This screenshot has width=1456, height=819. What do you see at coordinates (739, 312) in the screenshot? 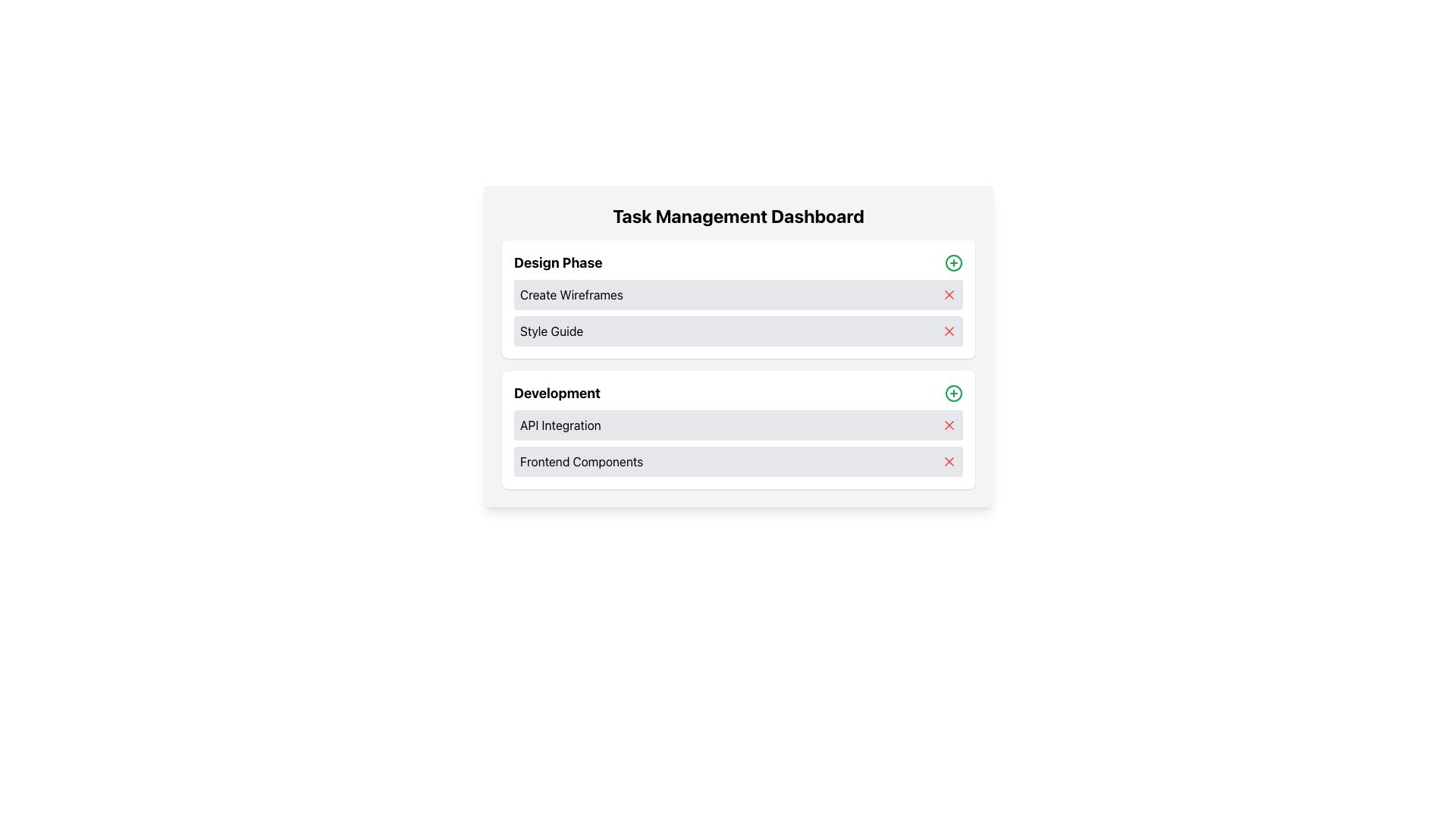
I see `the grouped list of actionable items for reordering, located in the 'Design Phase' section, which contains 'Create Wireframes' and 'Style Guide' tasks` at bounding box center [739, 312].